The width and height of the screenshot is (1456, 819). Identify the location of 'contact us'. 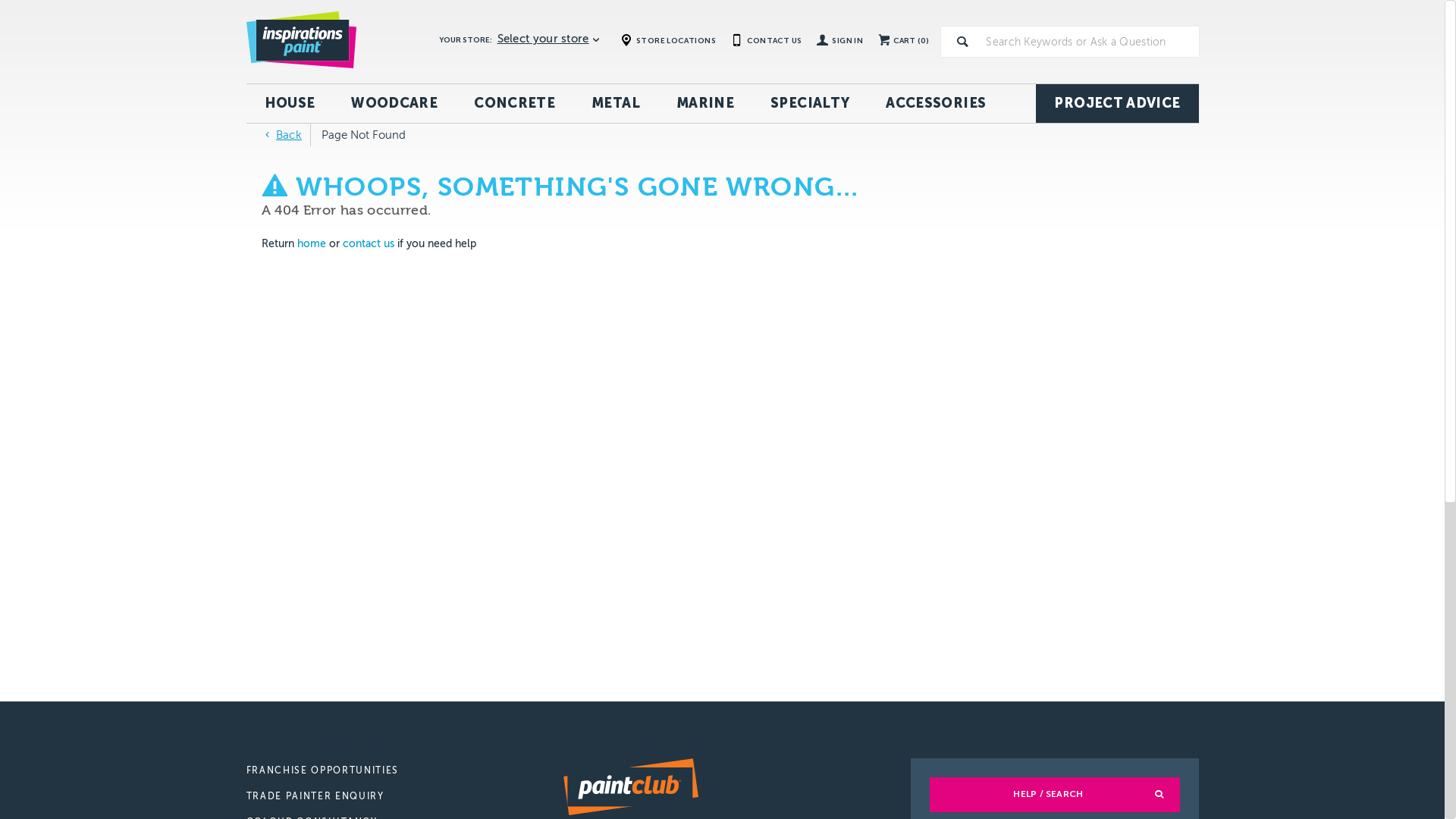
(368, 243).